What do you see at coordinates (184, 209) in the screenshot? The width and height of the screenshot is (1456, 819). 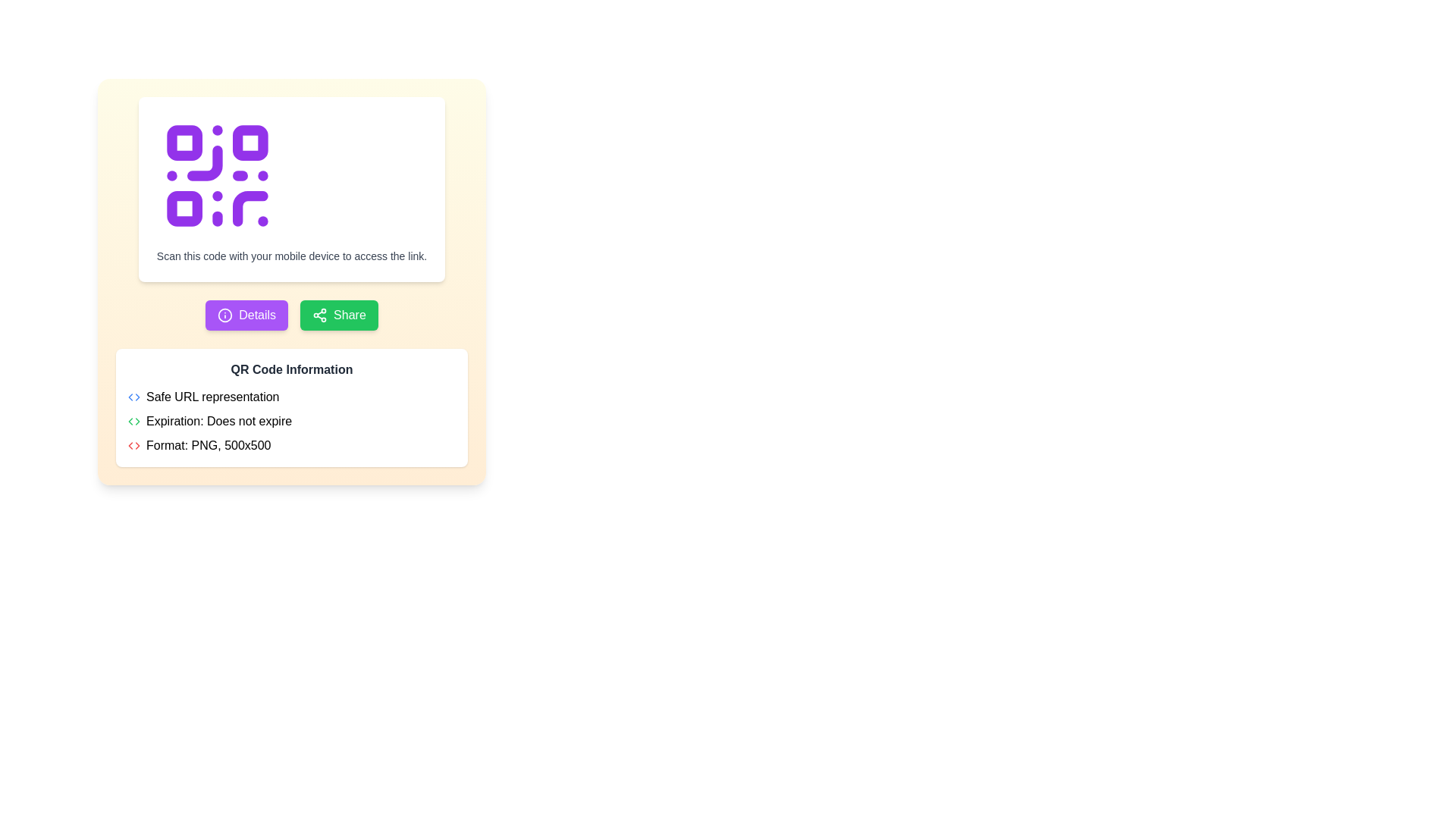 I see `the third rectangular component with rounded corners in the QR code graphic, located in the bottom-left corner of the QR code layout` at bounding box center [184, 209].